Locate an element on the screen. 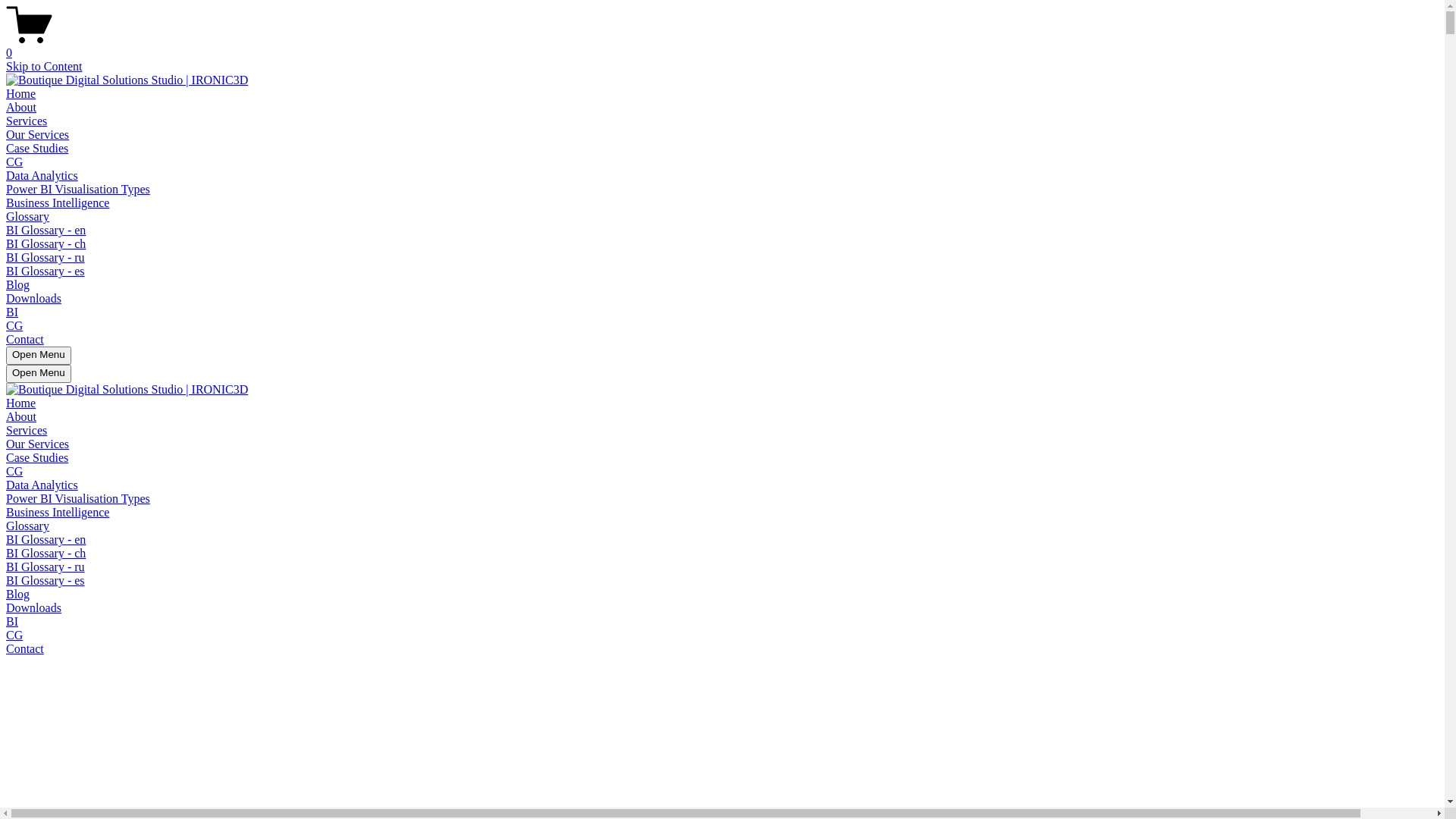 The height and width of the screenshot is (819, 1456). 'BI' is located at coordinates (6, 311).